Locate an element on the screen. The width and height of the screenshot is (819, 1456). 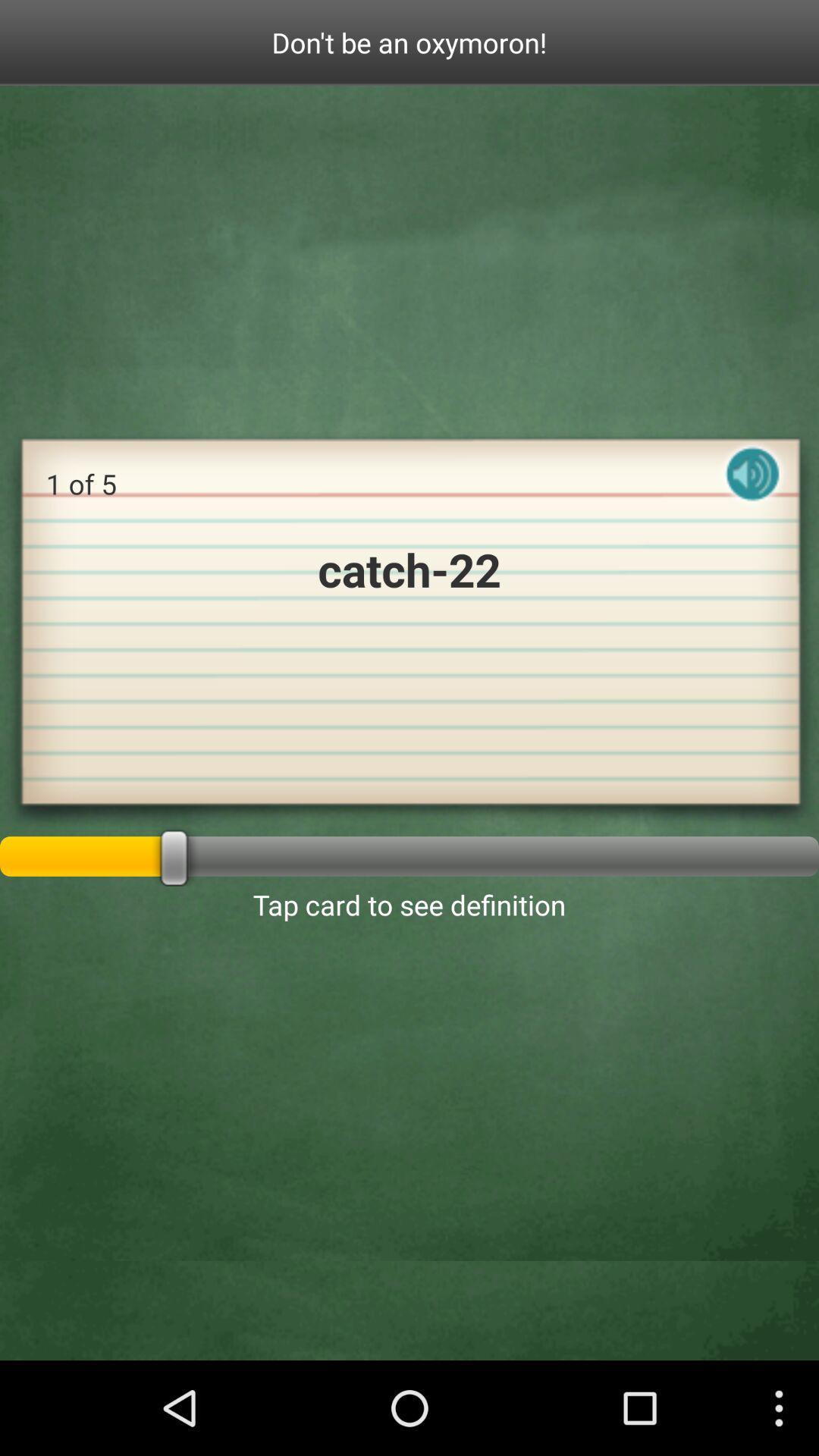
icon to the right of catch-22 item is located at coordinates (752, 487).